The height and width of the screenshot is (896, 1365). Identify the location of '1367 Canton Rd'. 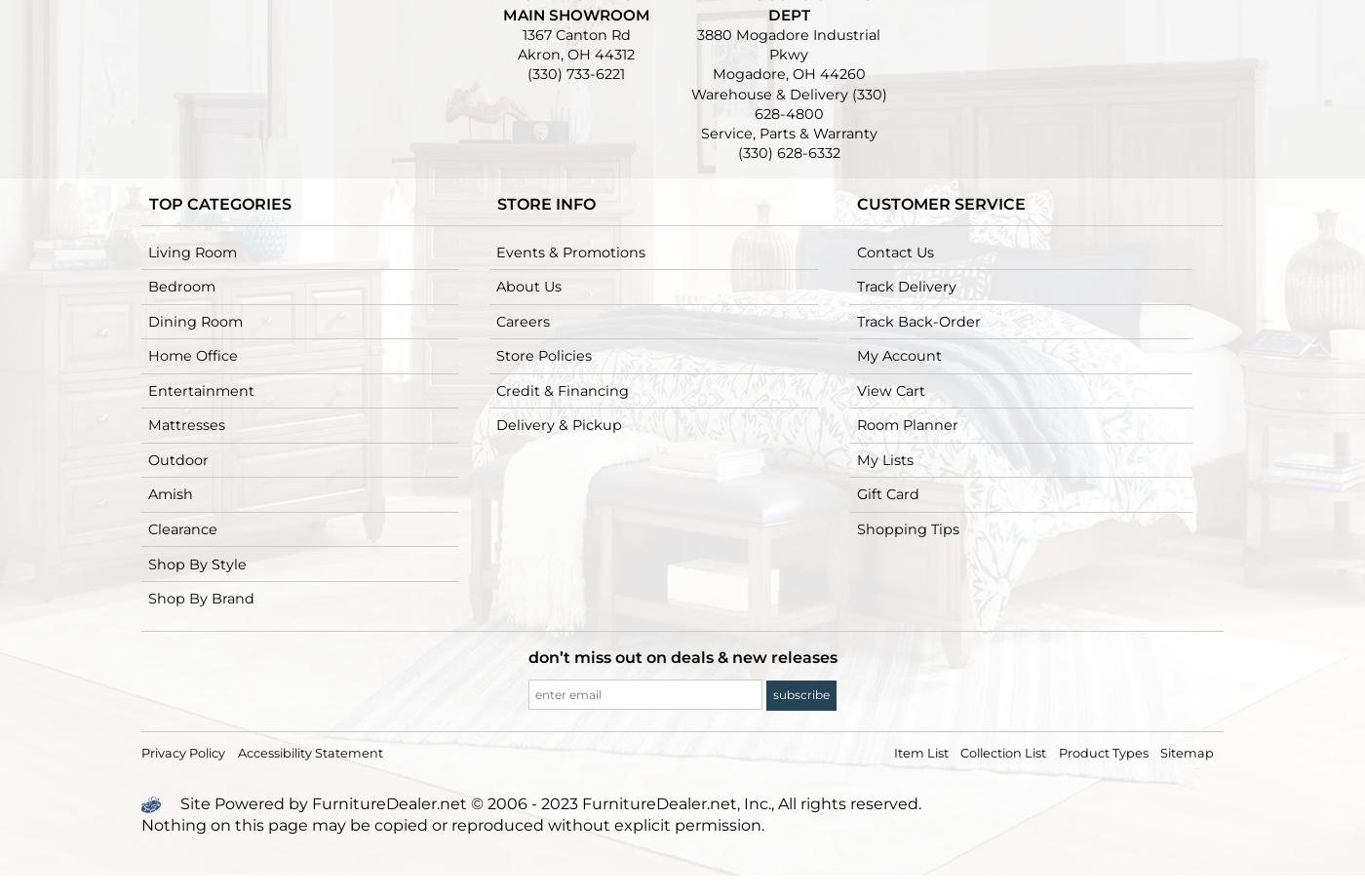
(575, 35).